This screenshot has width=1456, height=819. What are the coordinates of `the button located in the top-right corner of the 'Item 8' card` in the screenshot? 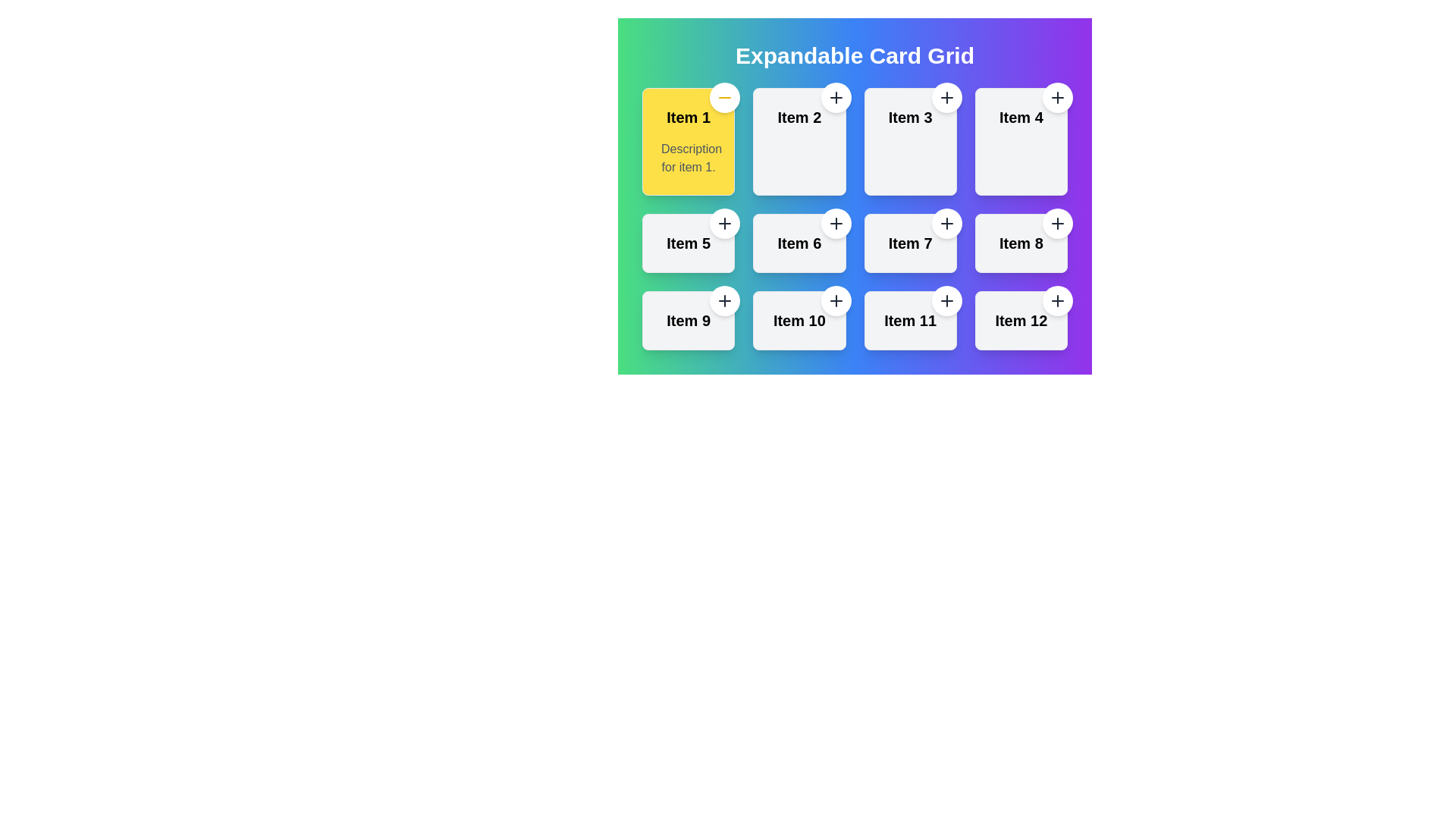 It's located at (1057, 223).